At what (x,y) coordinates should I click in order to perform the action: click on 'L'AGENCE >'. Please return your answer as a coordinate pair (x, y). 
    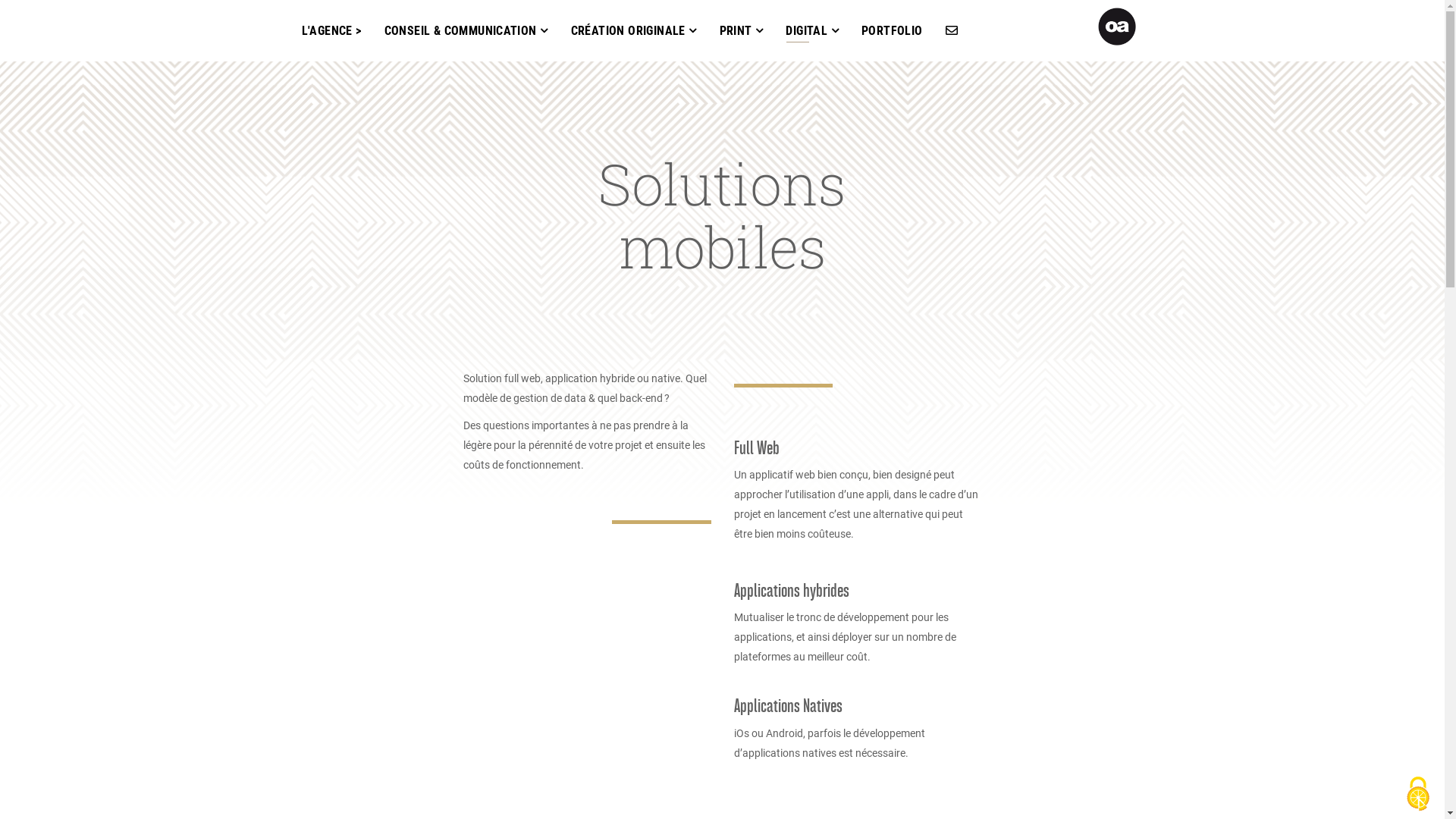
    Looking at the image, I should click on (330, 31).